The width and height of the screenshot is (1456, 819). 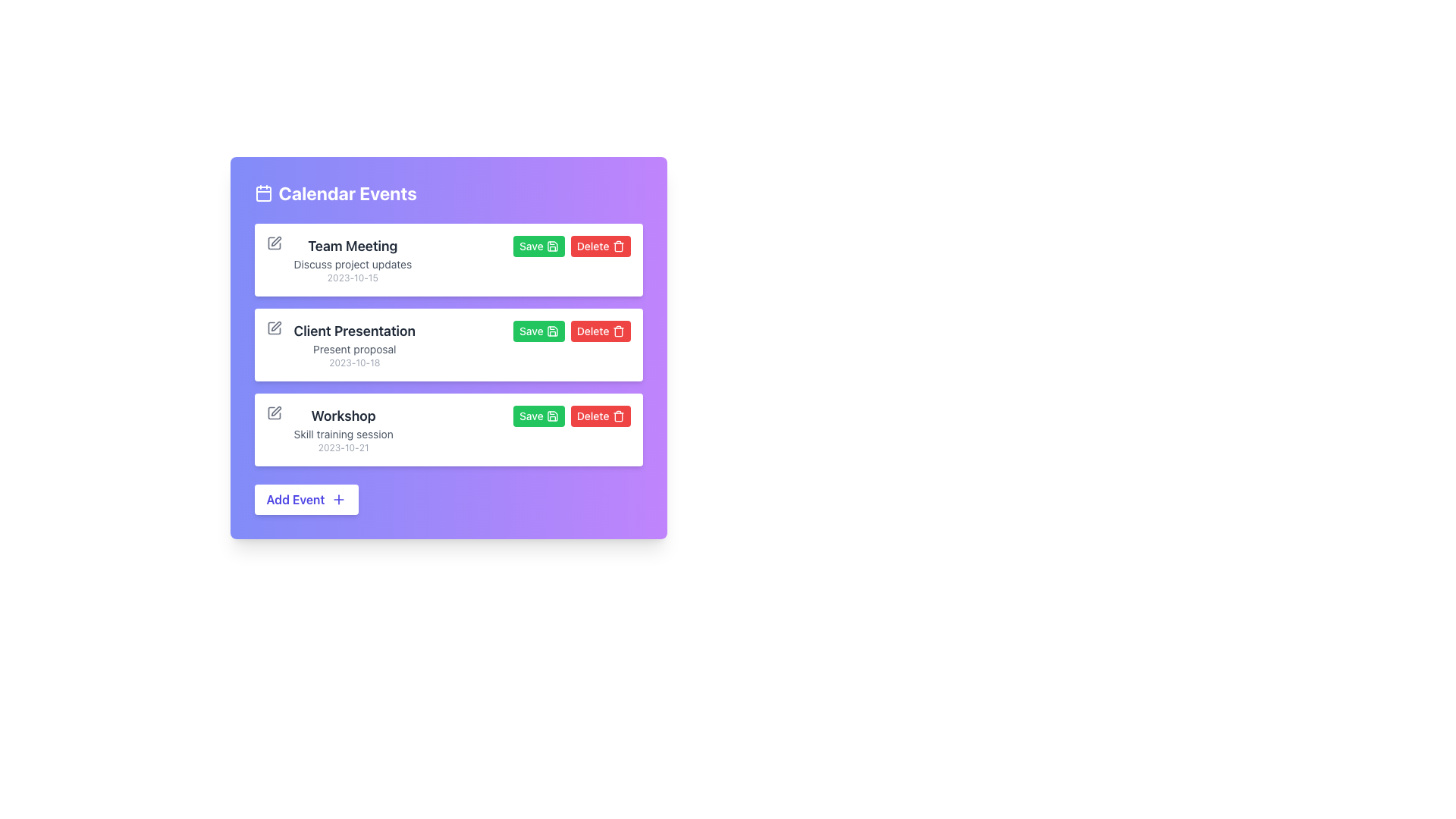 What do you see at coordinates (618, 417) in the screenshot?
I see `the trash bin icon within the delete button of the second 'Client Presentation' event in the calendar events interface for accessibility` at bounding box center [618, 417].